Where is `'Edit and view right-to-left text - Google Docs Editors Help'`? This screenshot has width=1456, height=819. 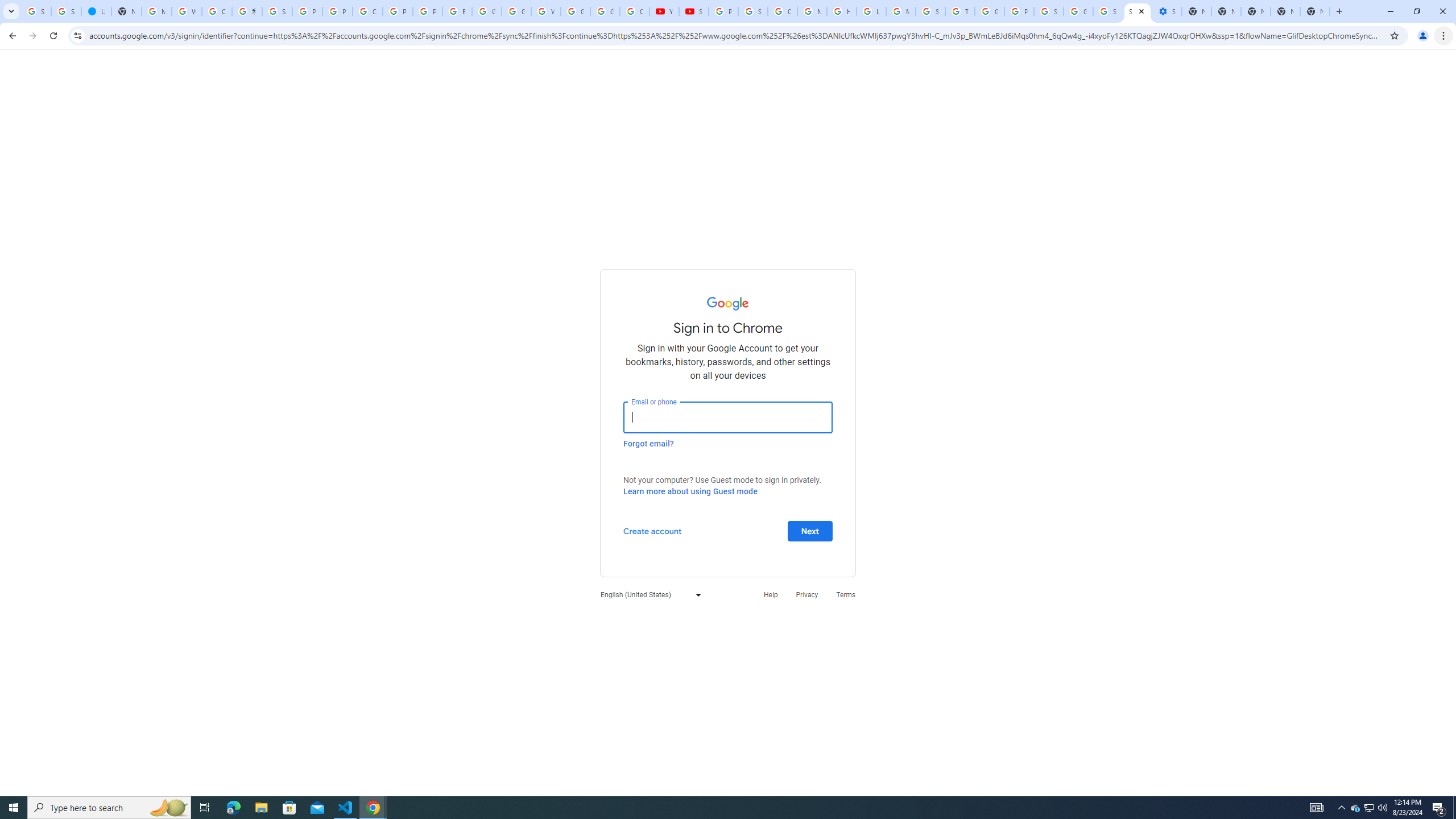
'Edit and view right-to-left text - Google Docs Editors Help' is located at coordinates (457, 11).